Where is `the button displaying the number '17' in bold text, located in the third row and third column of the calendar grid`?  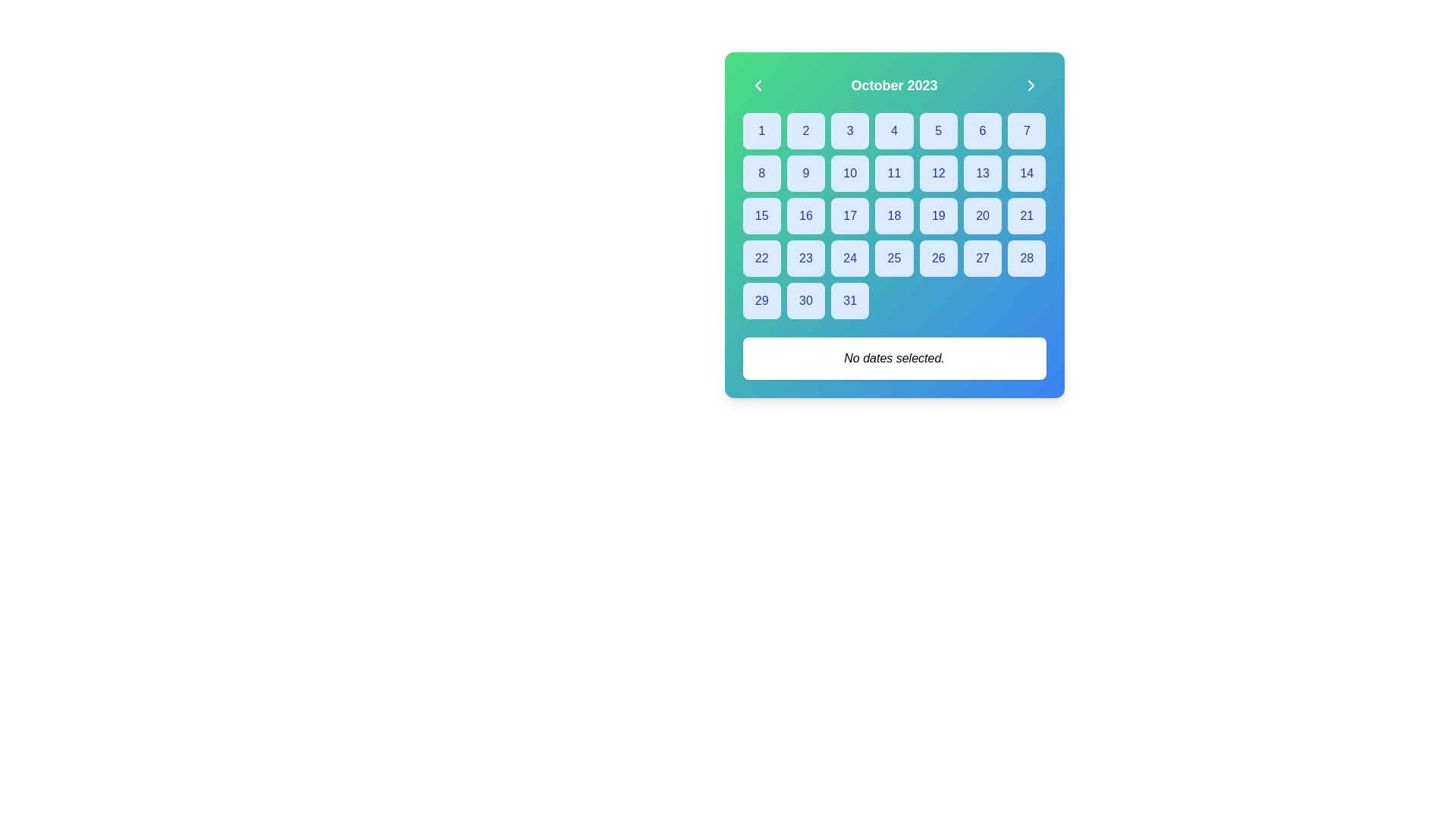
the button displaying the number '17' in bold text, located in the third row and third column of the calendar grid is located at coordinates (850, 216).